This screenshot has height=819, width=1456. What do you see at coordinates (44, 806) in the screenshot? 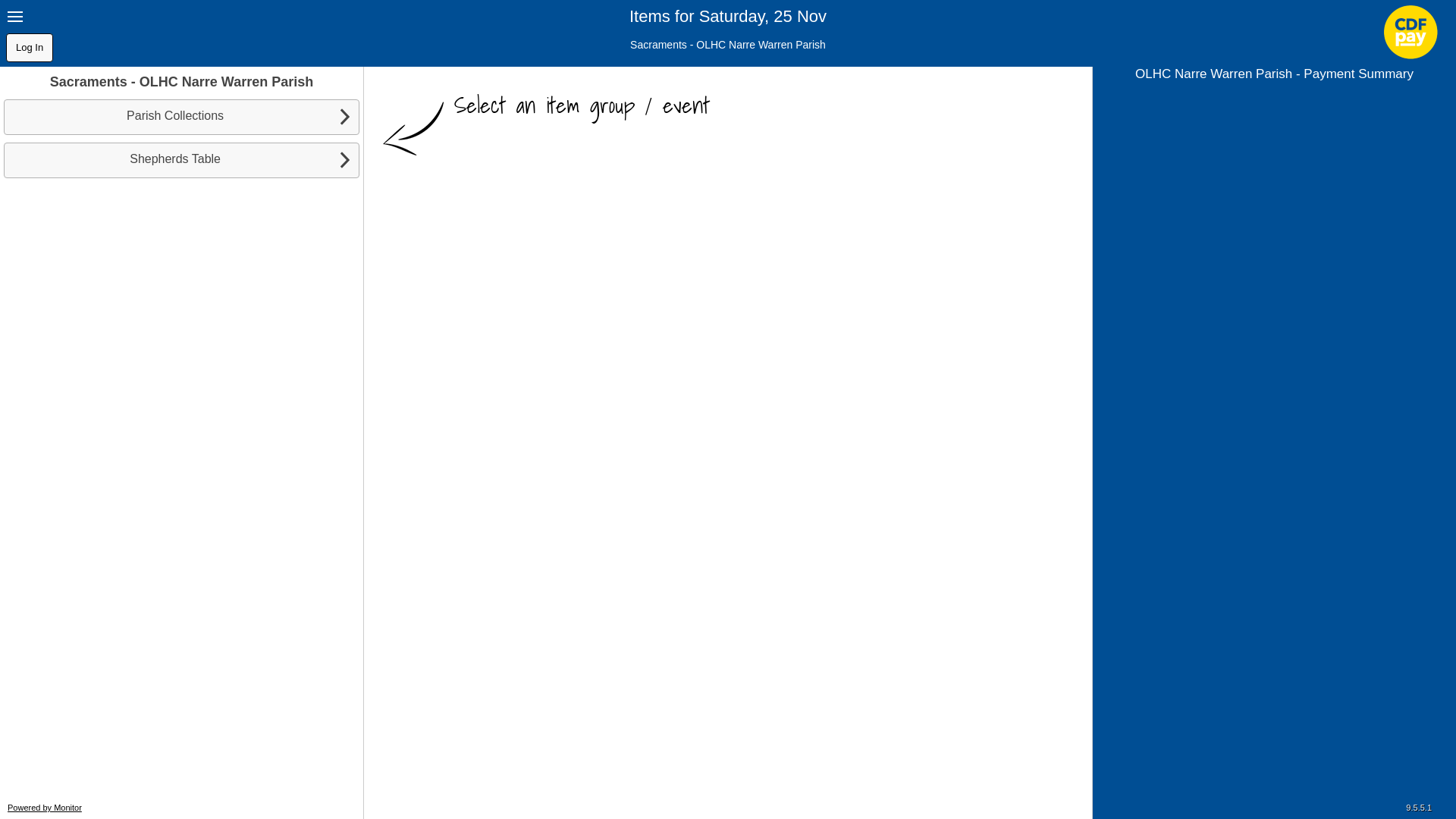
I see `'Powered by Monitor'` at bounding box center [44, 806].